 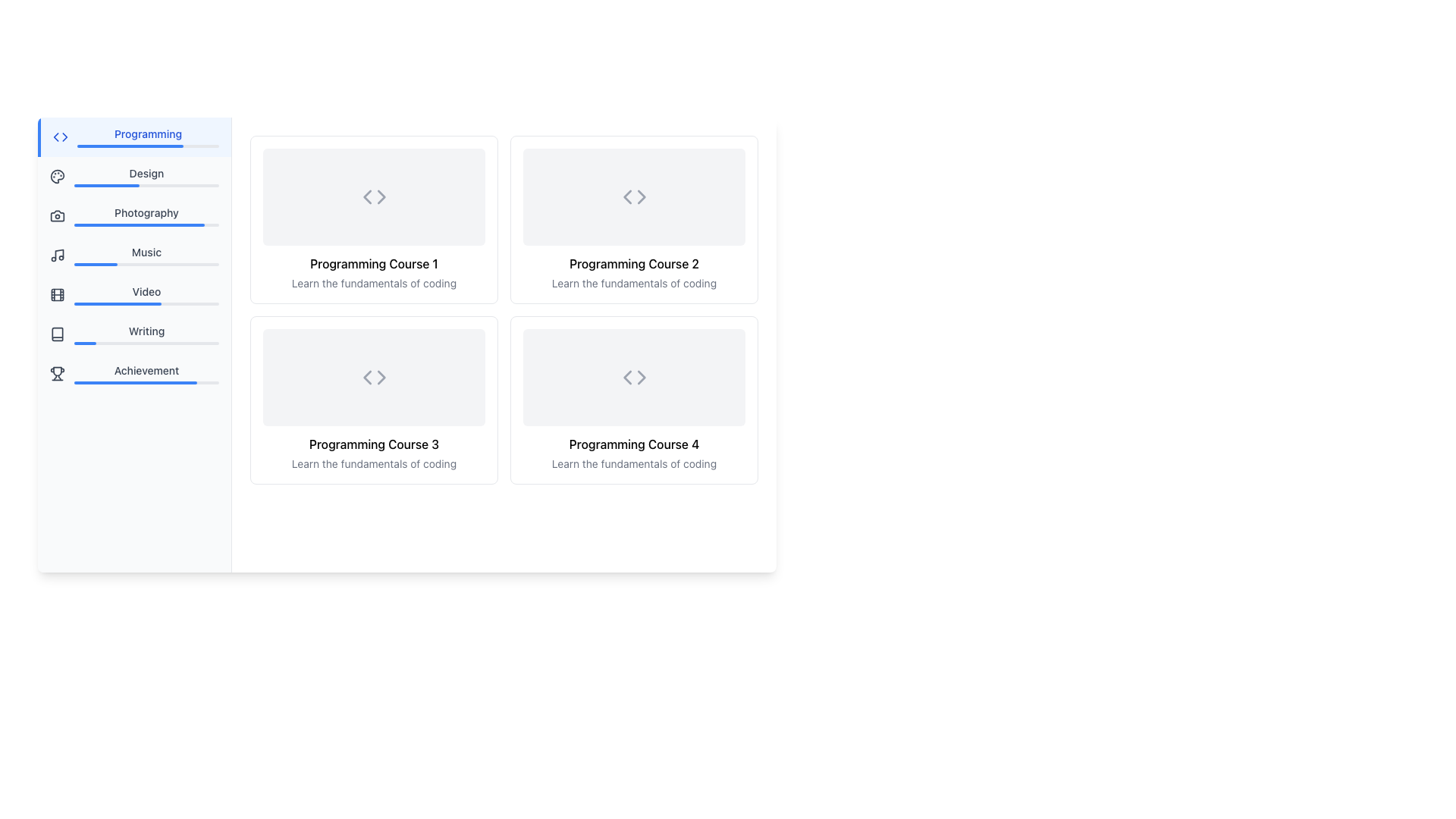 What do you see at coordinates (134, 175) in the screenshot?
I see `the 'Design' button located in the left panel sidebar, which is visually characterized by a palette icon and a light gray background` at bounding box center [134, 175].